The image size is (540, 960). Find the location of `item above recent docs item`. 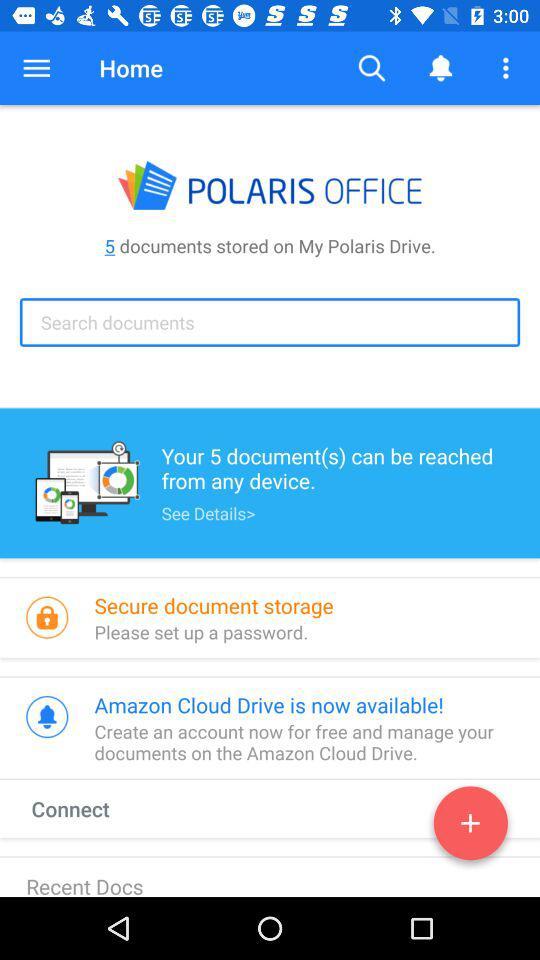

item above recent docs item is located at coordinates (88, 808).